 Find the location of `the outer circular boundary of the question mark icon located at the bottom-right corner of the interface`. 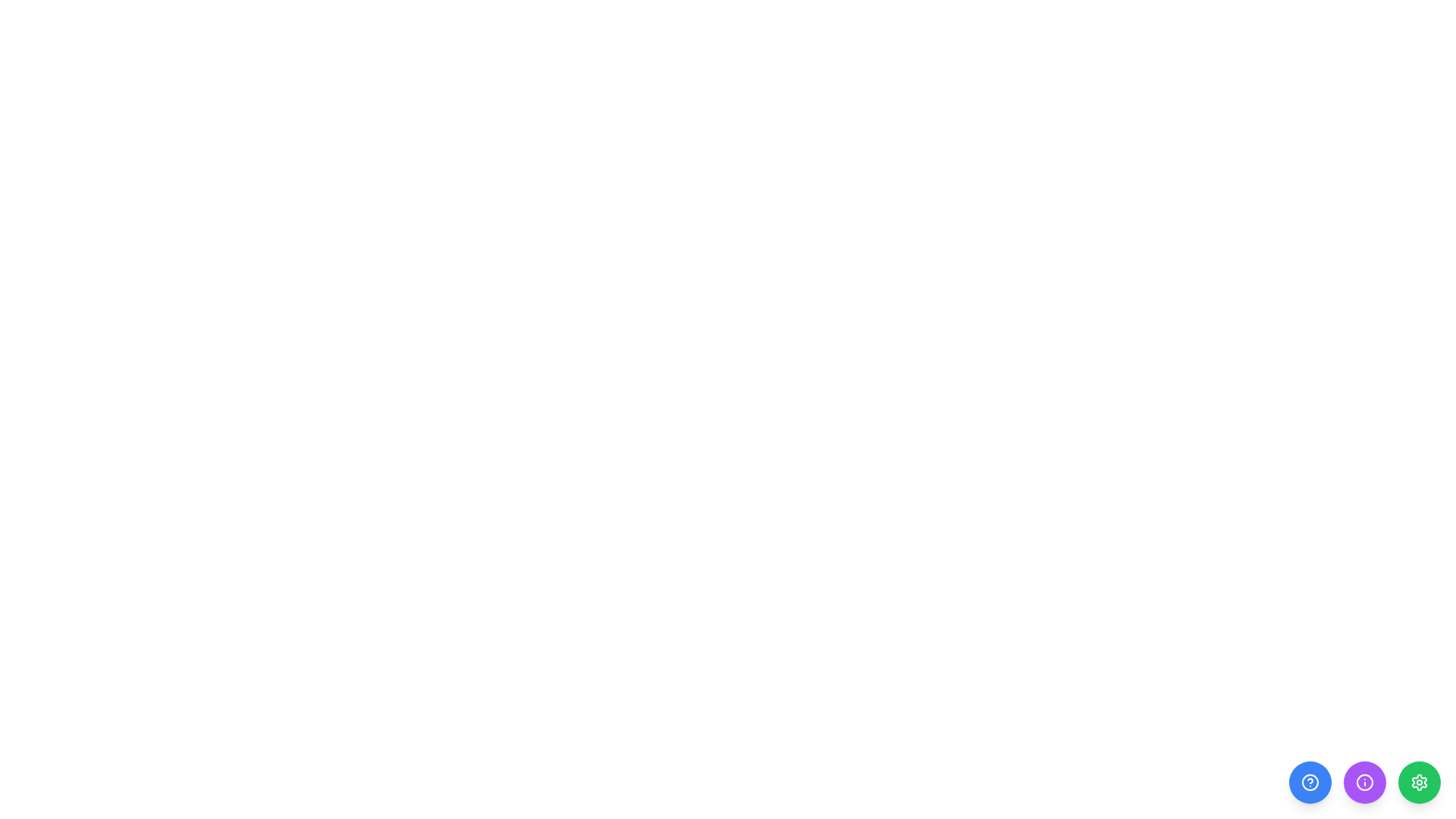

the outer circular boundary of the question mark icon located at the bottom-right corner of the interface is located at coordinates (1310, 783).